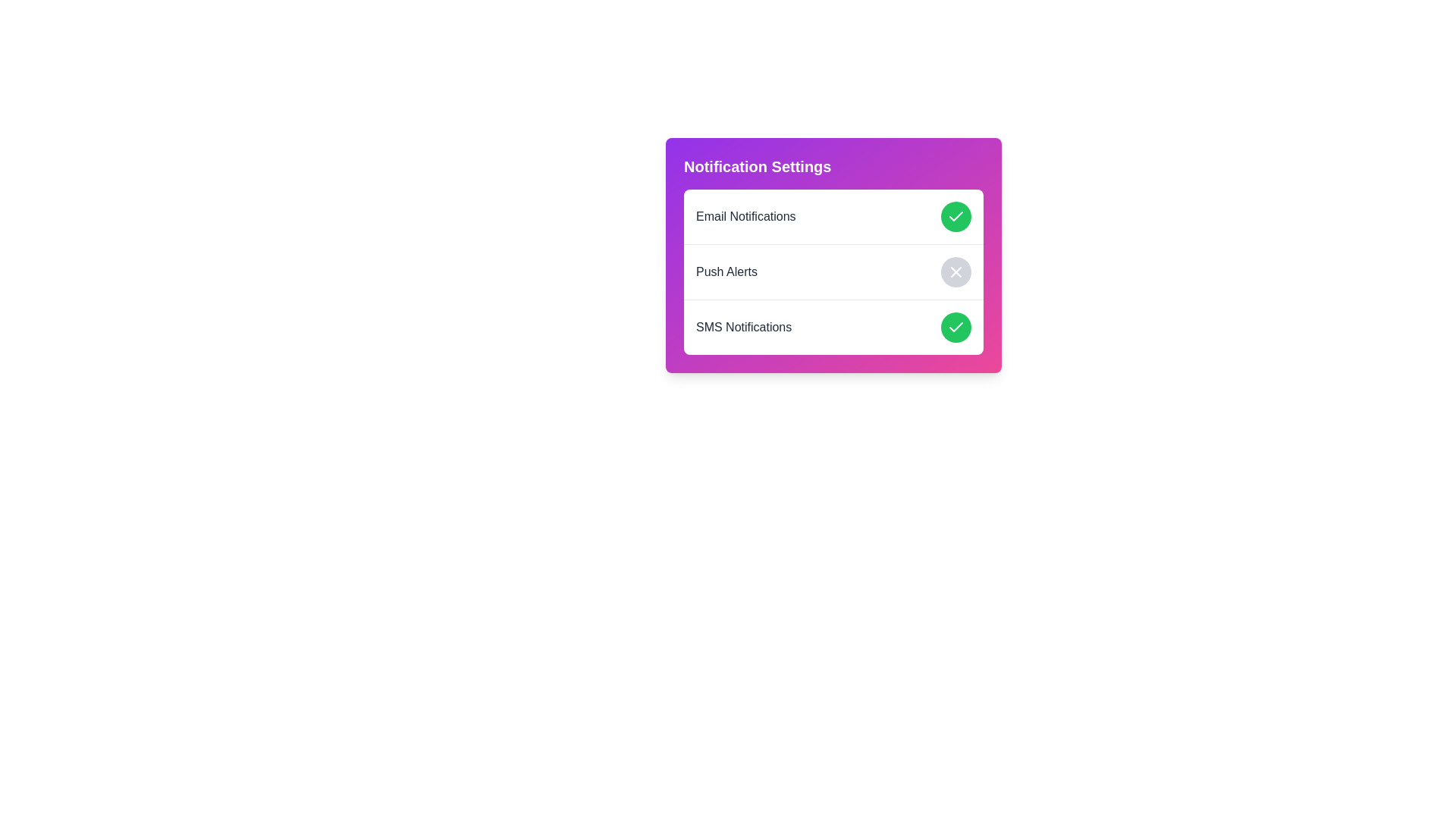 The height and width of the screenshot is (819, 1456). I want to click on the Icon Button representing the enabled state of 'Email Notifications', so click(955, 216).